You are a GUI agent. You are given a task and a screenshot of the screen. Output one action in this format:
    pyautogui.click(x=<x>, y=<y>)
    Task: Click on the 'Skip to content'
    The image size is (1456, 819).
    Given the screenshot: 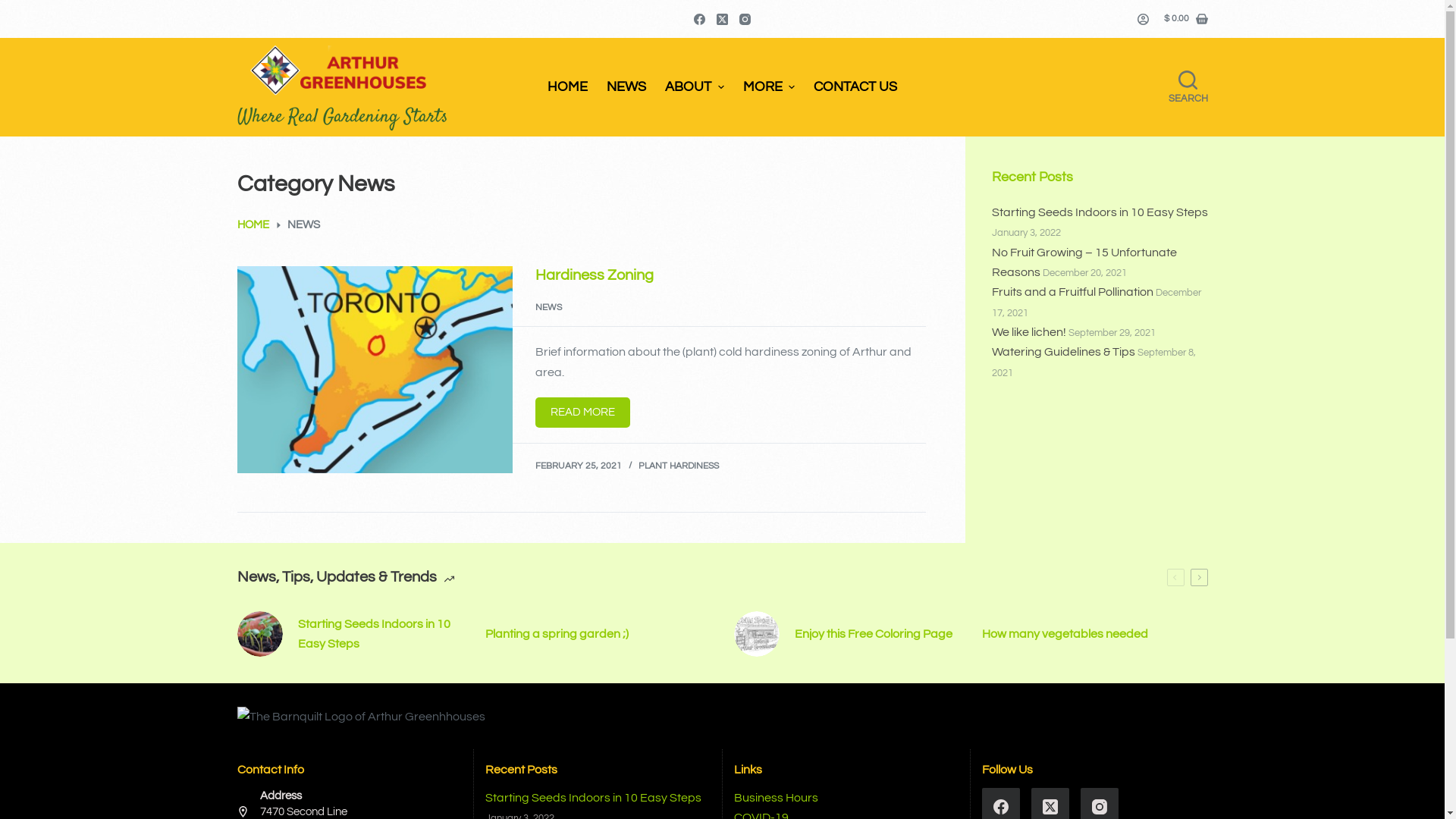 What is the action you would take?
    pyautogui.click(x=14, y=8)
    